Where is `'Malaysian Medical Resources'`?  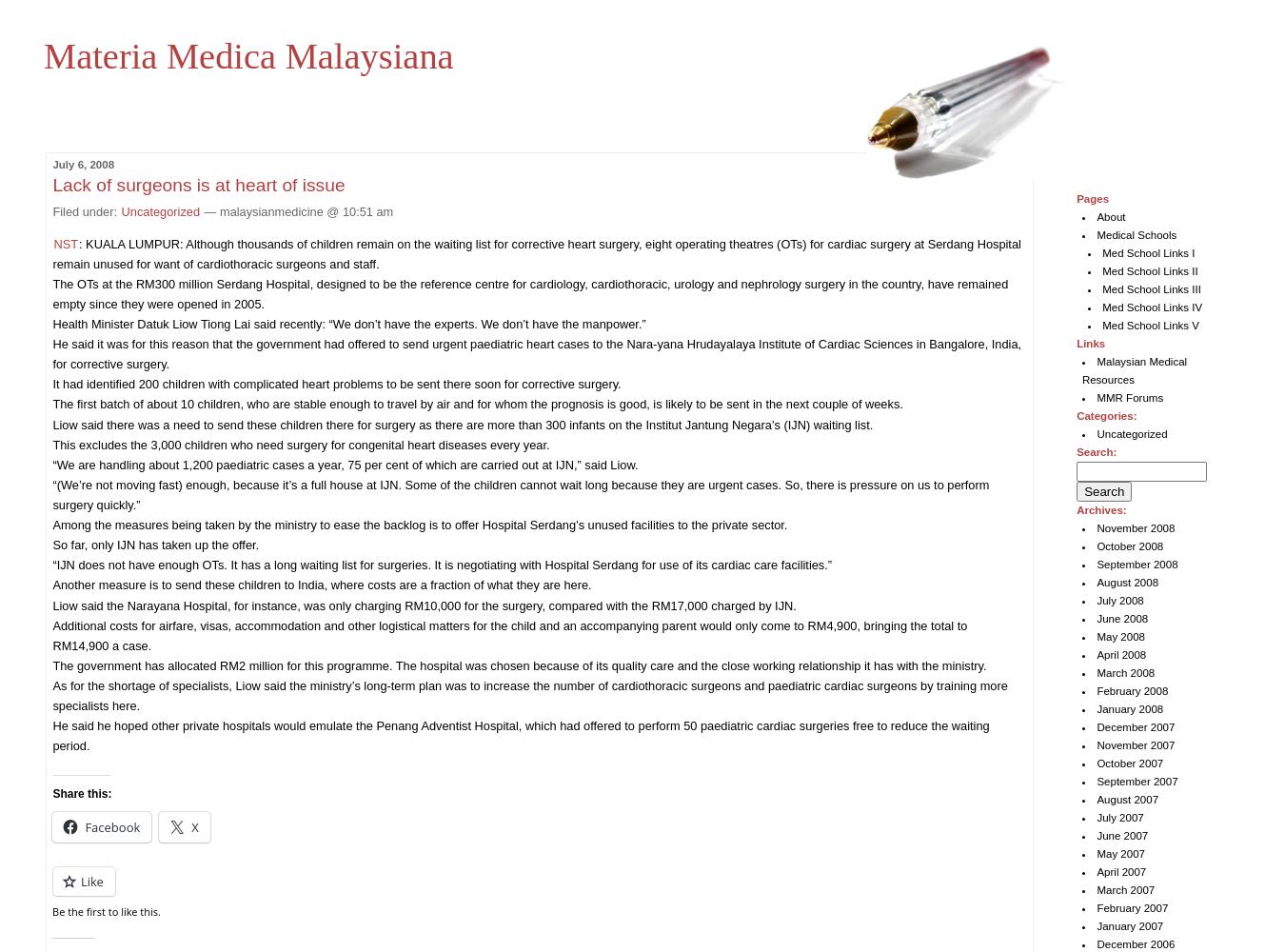 'Malaysian Medical Resources' is located at coordinates (1080, 370).